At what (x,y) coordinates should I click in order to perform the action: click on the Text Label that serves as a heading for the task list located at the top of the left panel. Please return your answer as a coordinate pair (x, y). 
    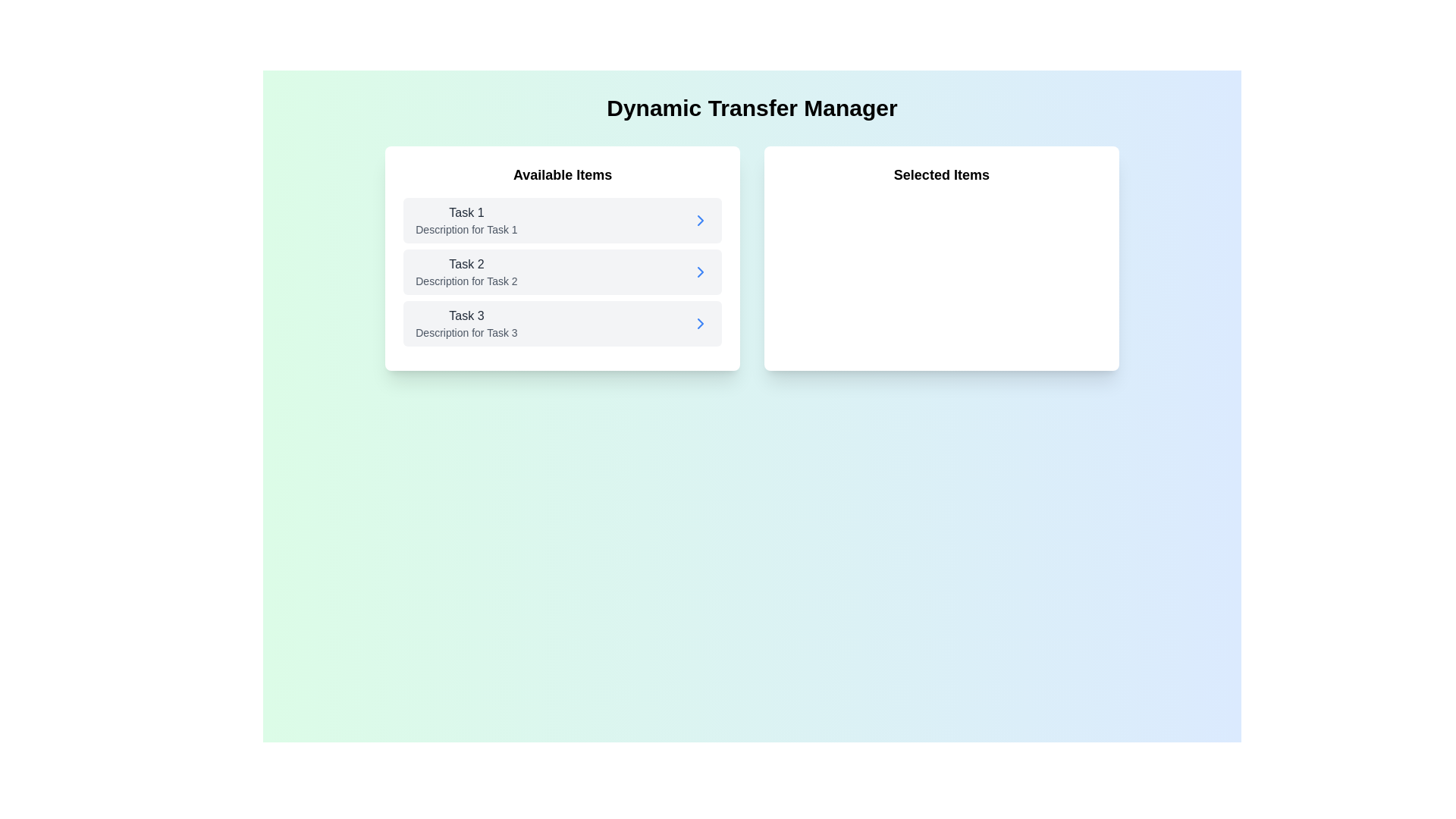
    Looking at the image, I should click on (562, 174).